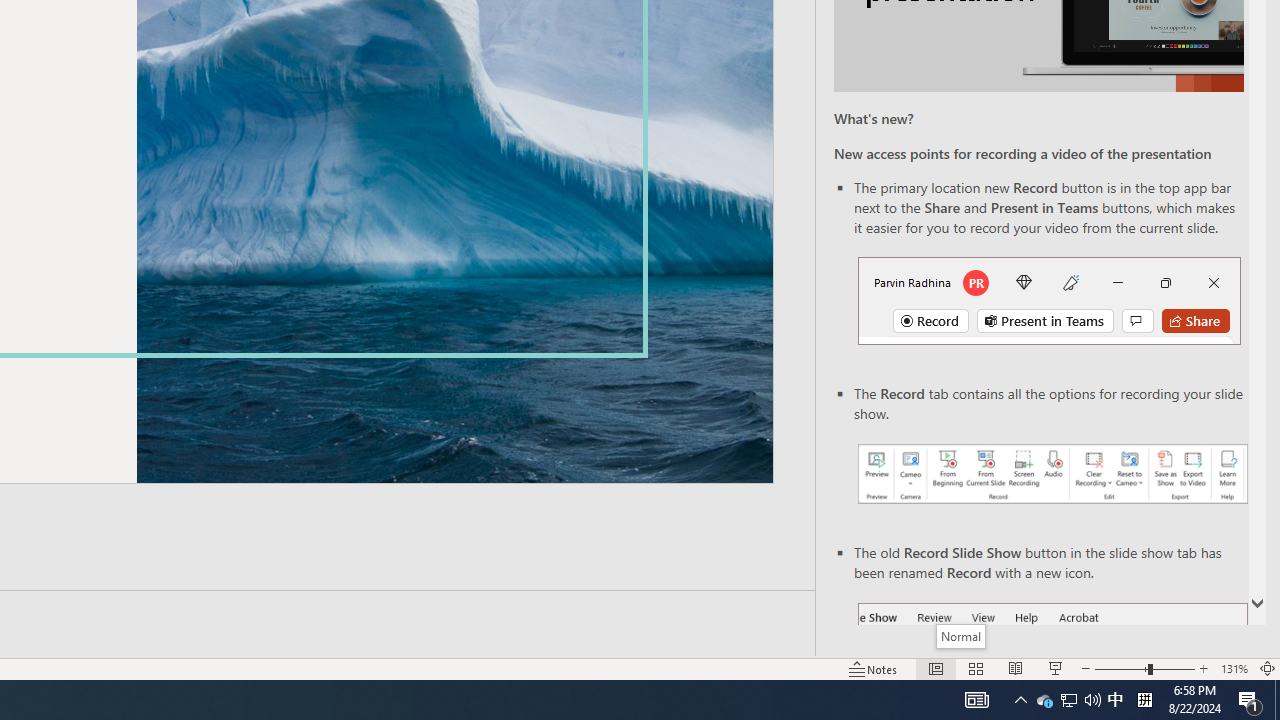 The width and height of the screenshot is (1280, 720). Describe the element at coordinates (1233, 669) in the screenshot. I see `'Zoom 131%'` at that location.